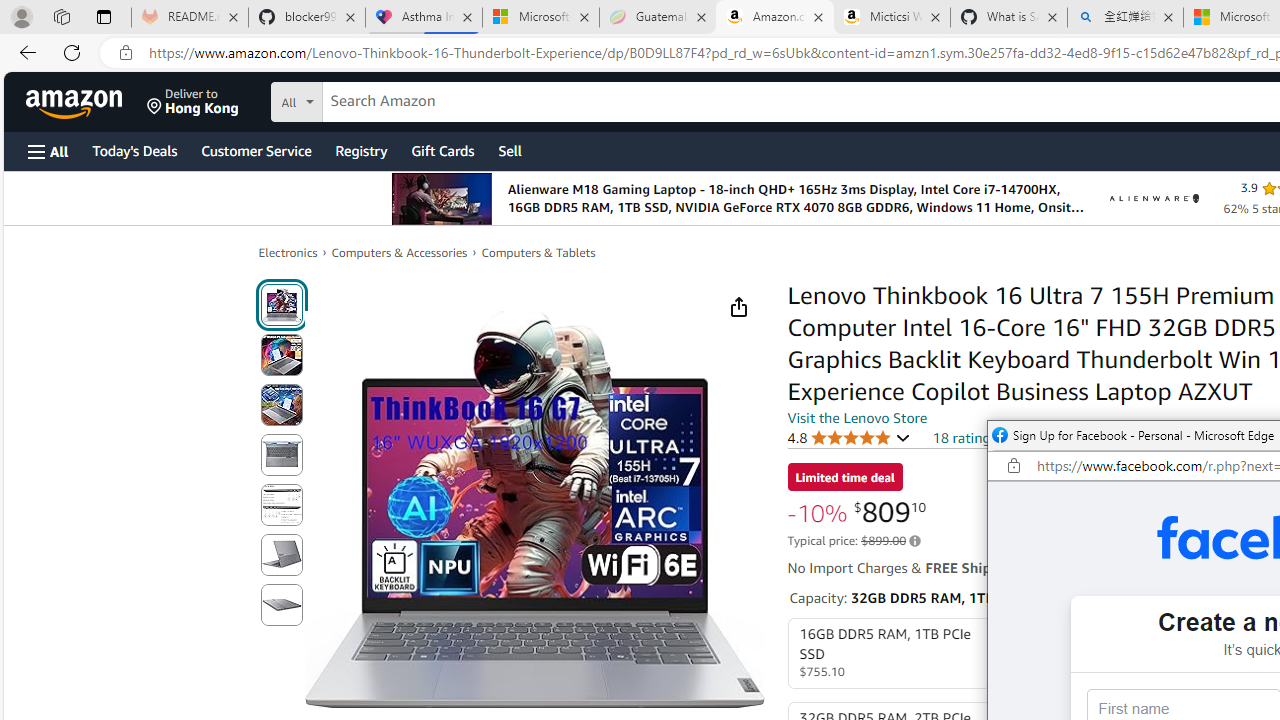 The height and width of the screenshot is (720, 1280). I want to click on 'Deliver to Hong Kong', so click(193, 101).